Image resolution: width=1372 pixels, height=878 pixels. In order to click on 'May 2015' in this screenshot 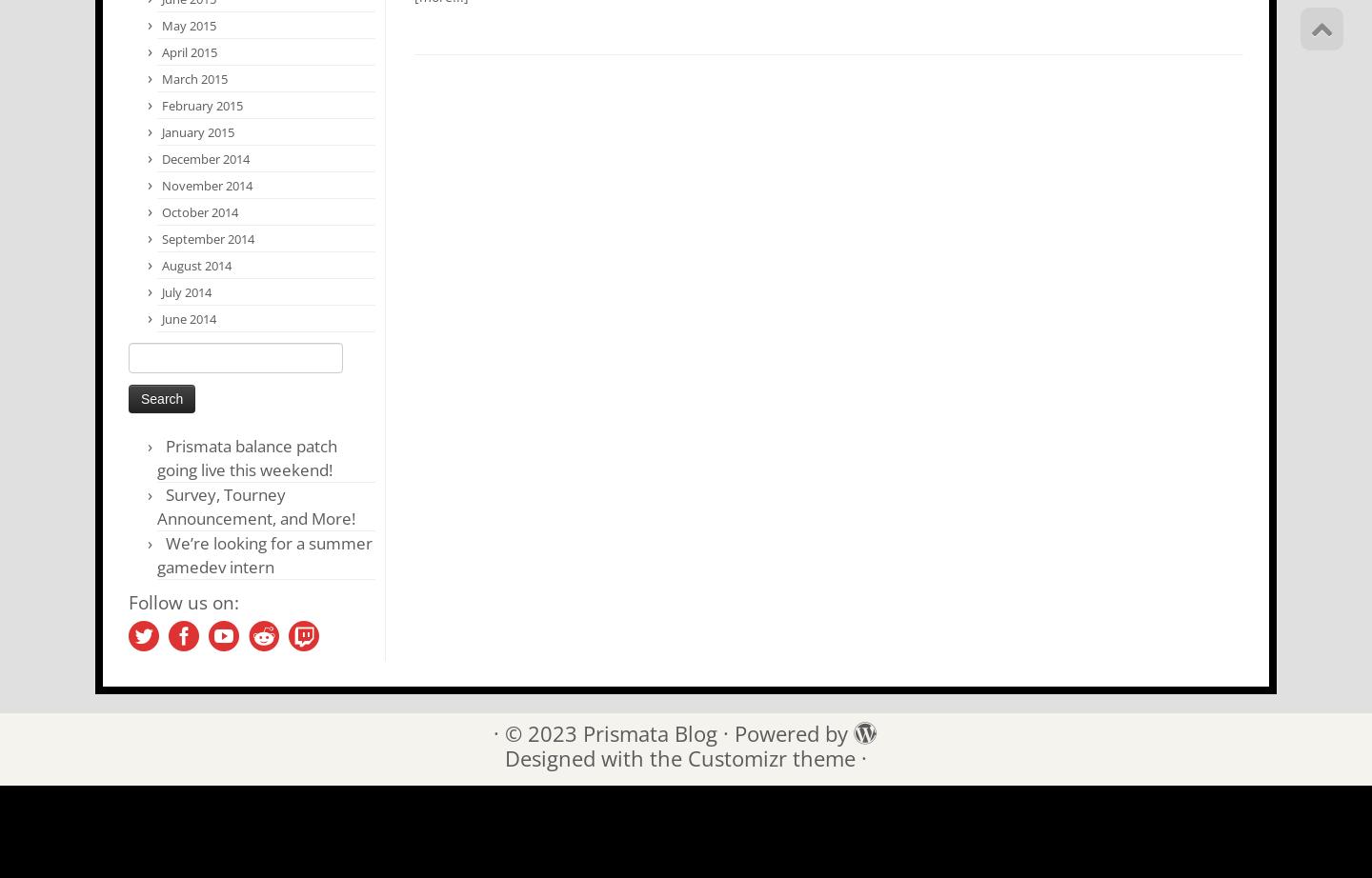, I will do `click(189, 26)`.